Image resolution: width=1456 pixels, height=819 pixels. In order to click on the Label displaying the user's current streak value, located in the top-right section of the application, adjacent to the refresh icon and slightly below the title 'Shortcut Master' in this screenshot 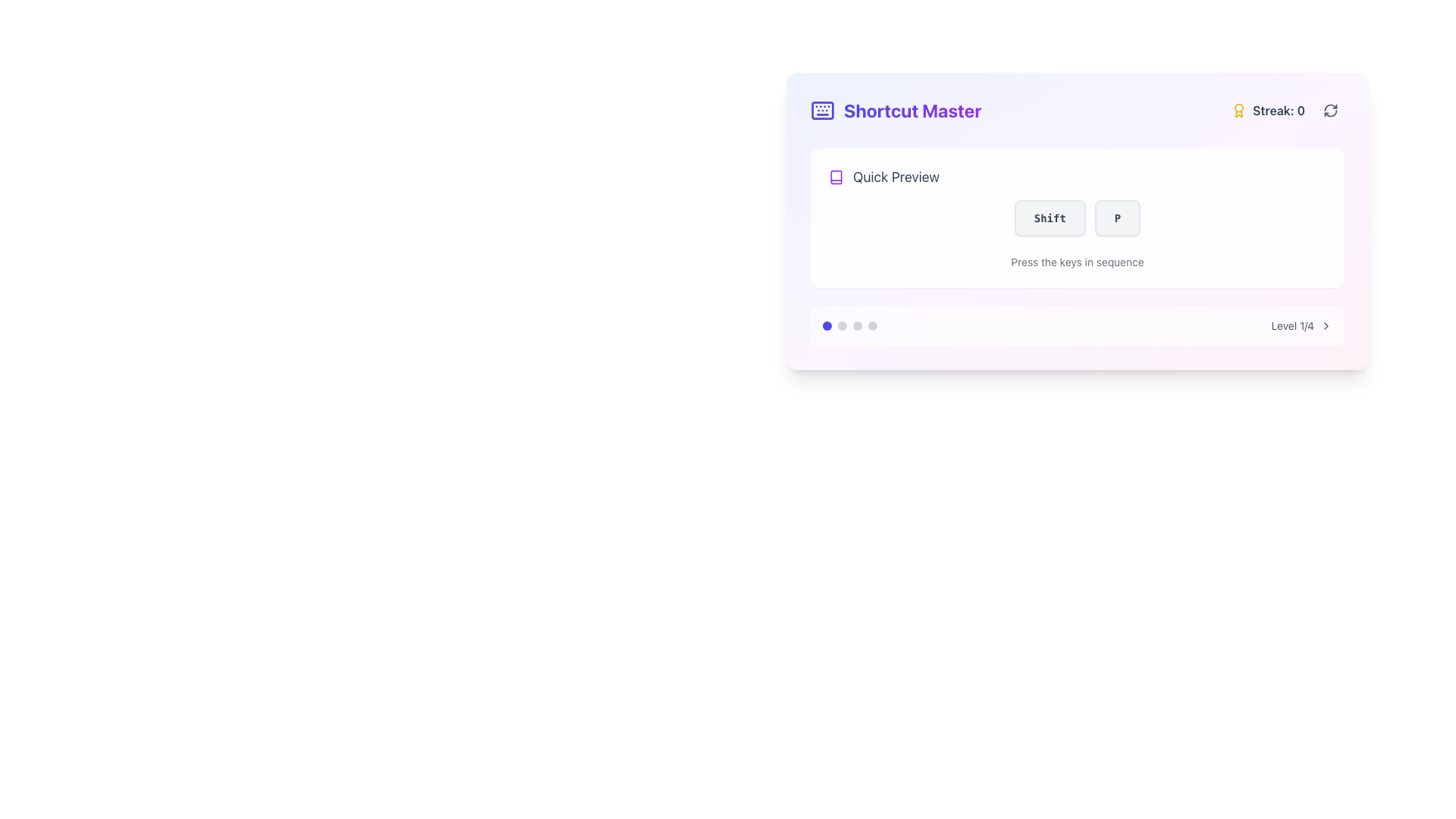, I will do `click(1268, 110)`.